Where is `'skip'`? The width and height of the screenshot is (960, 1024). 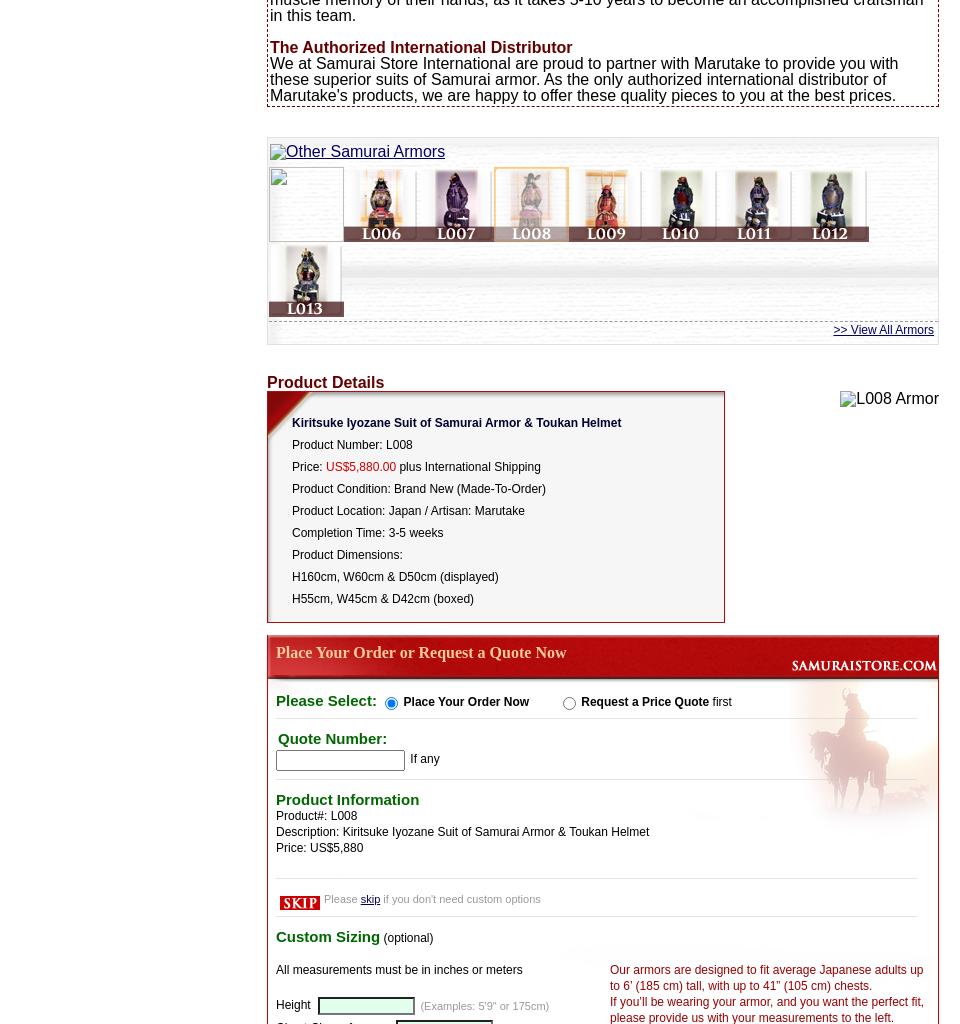 'skip' is located at coordinates (368, 897).